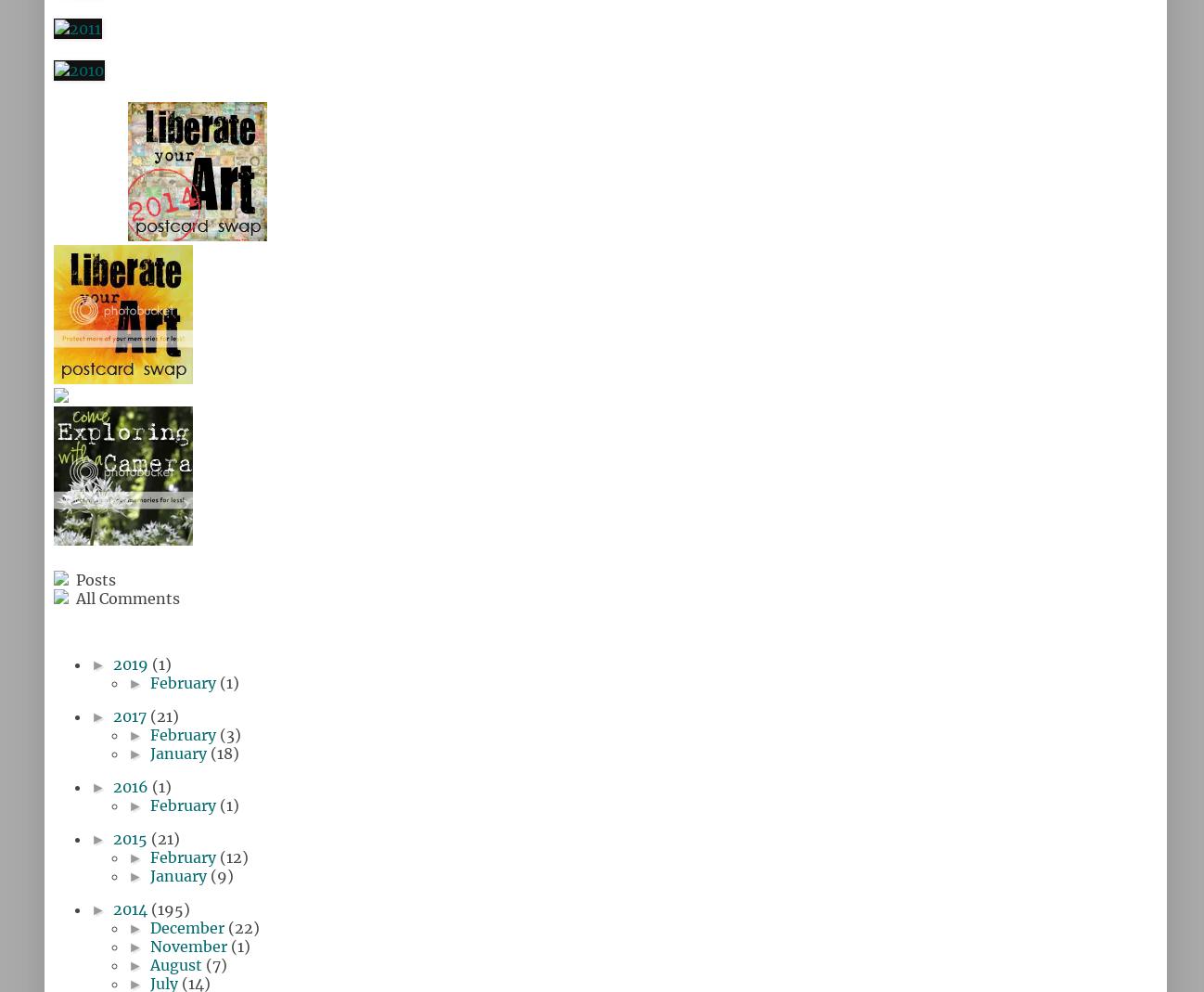 This screenshot has height=992, width=1204. Describe the element at coordinates (64, 43) in the screenshot. I see `'2010'` at that location.